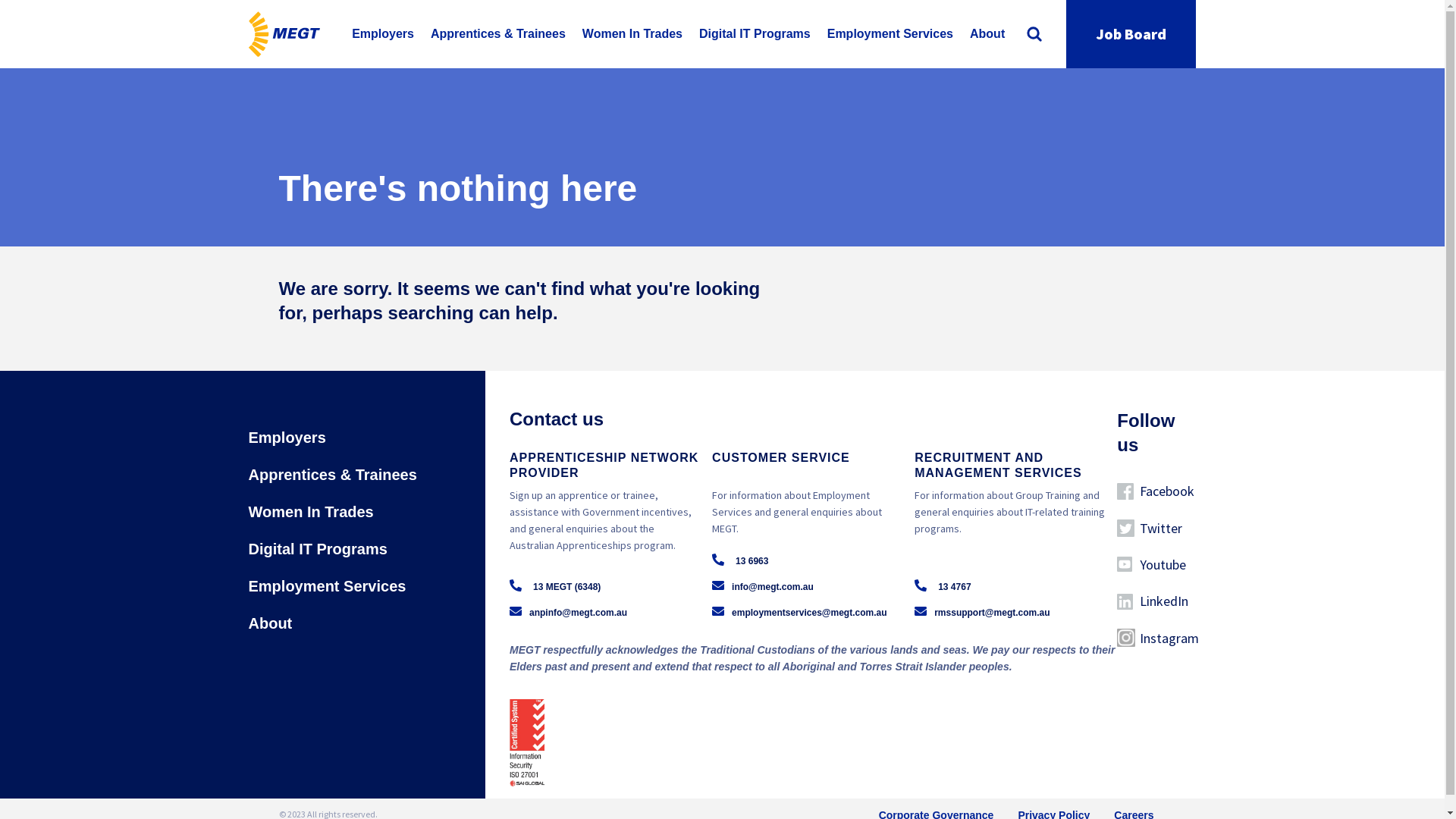 The image size is (1456, 819). What do you see at coordinates (320, 548) in the screenshot?
I see `'Digital IT Programs'` at bounding box center [320, 548].